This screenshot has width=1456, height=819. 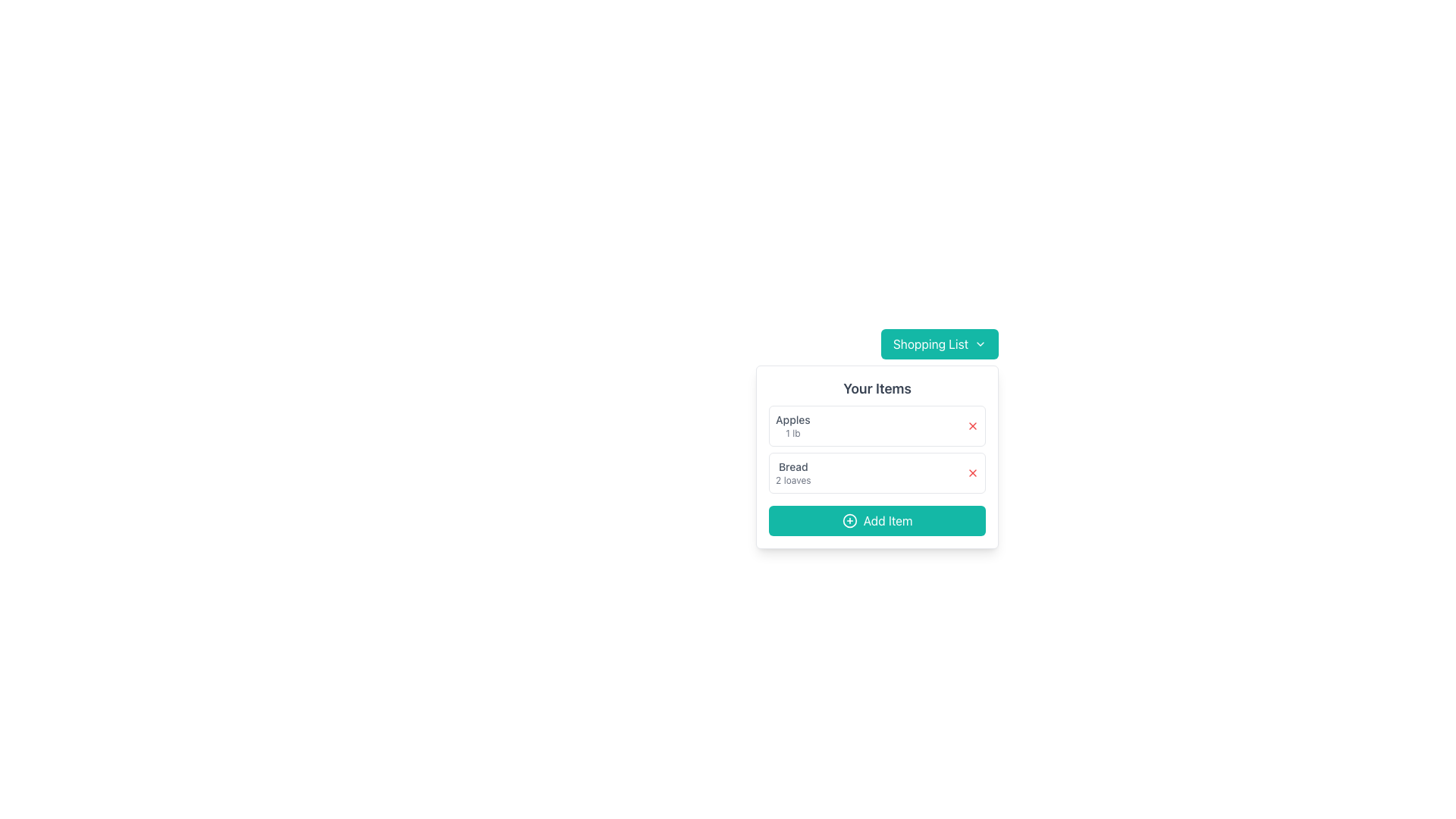 What do you see at coordinates (849, 519) in the screenshot?
I see `the 'Add Item' icon located to the left of the text within the 'Add Item' button, which visually indicates its function to add items` at bounding box center [849, 519].